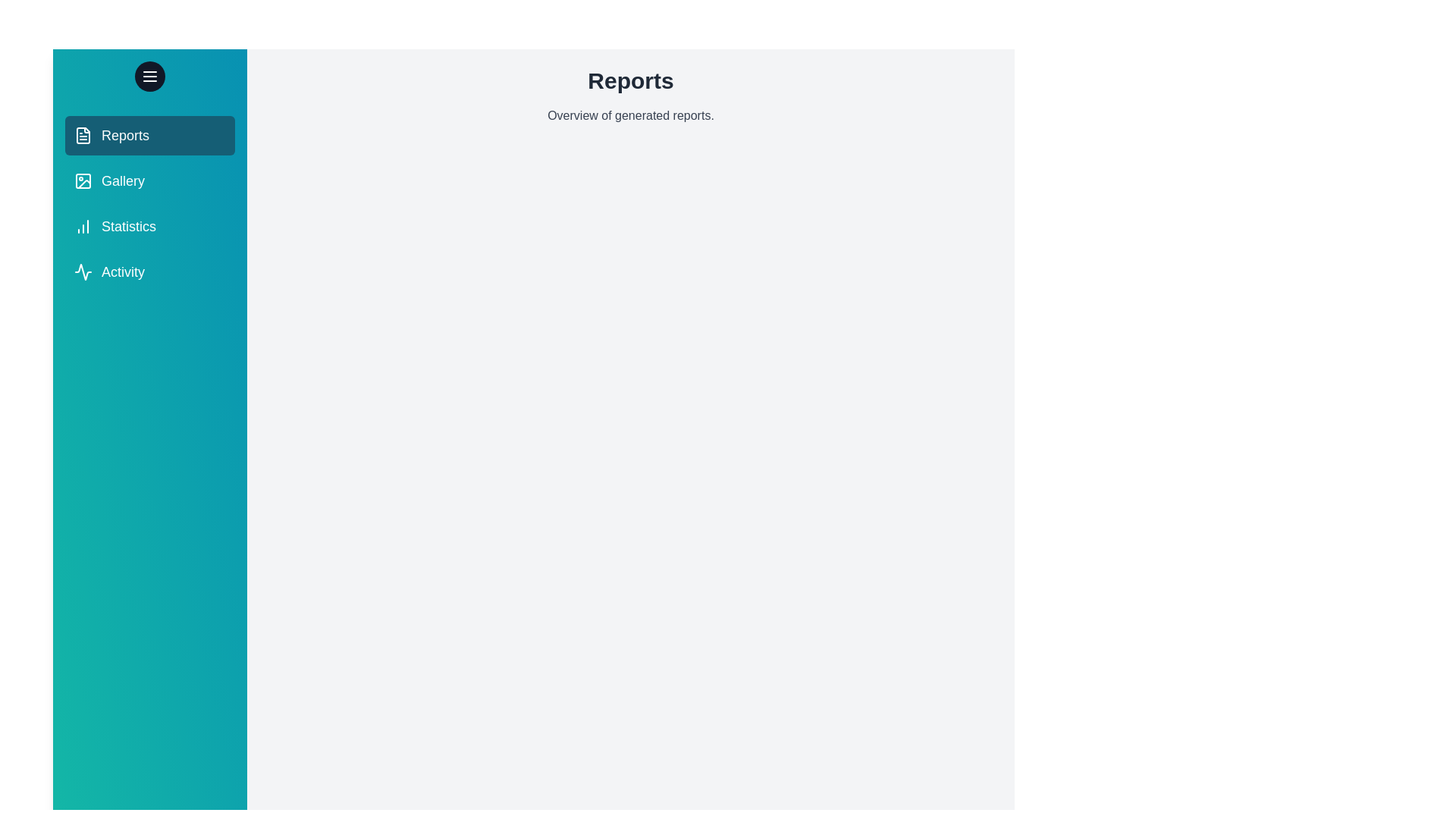 The height and width of the screenshot is (819, 1456). Describe the element at coordinates (149, 180) in the screenshot. I see `the tab labeled Gallery from the drawer menu` at that location.